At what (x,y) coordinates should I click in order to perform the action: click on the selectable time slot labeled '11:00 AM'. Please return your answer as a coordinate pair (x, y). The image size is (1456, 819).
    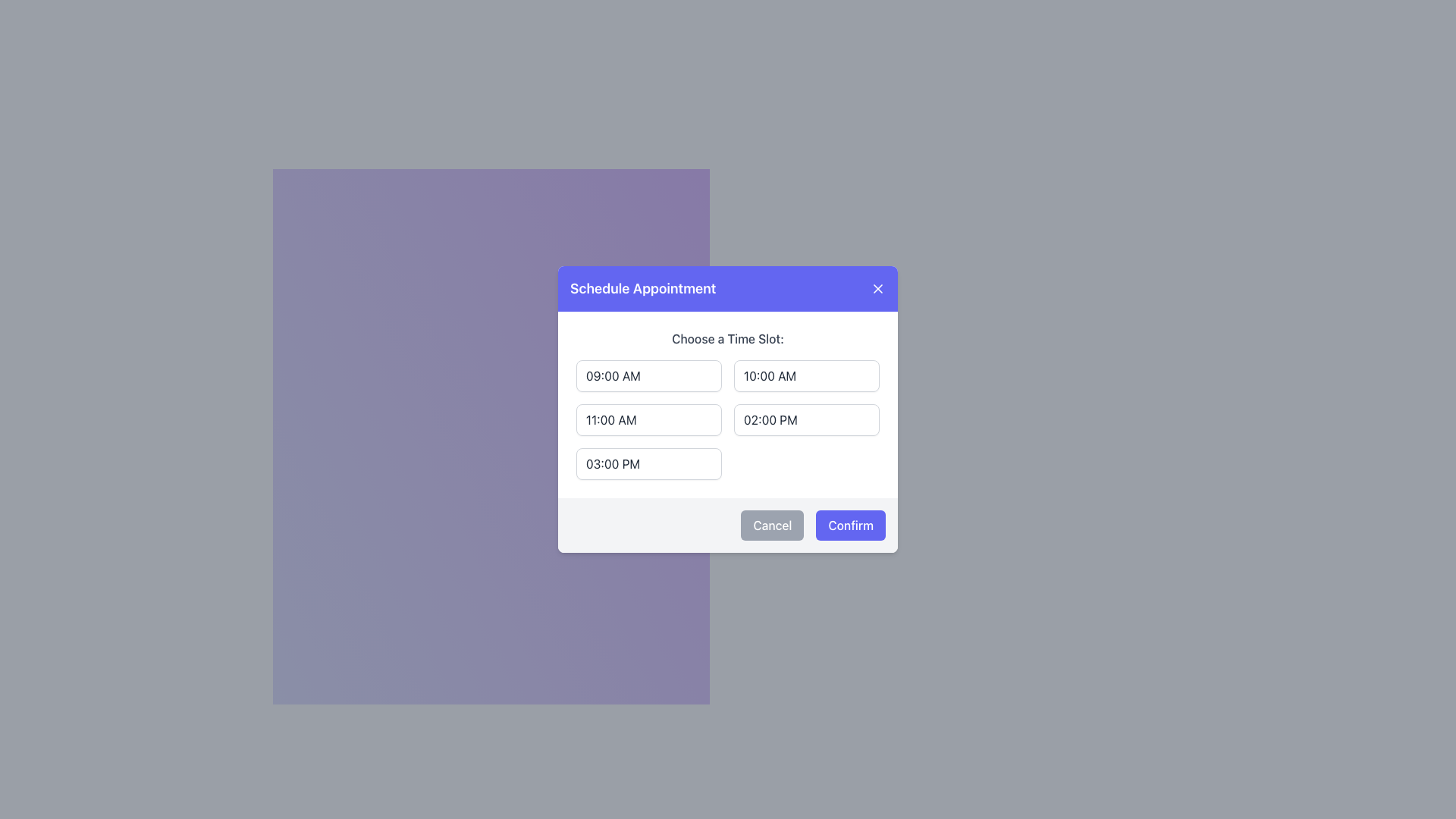
    Looking at the image, I should click on (611, 420).